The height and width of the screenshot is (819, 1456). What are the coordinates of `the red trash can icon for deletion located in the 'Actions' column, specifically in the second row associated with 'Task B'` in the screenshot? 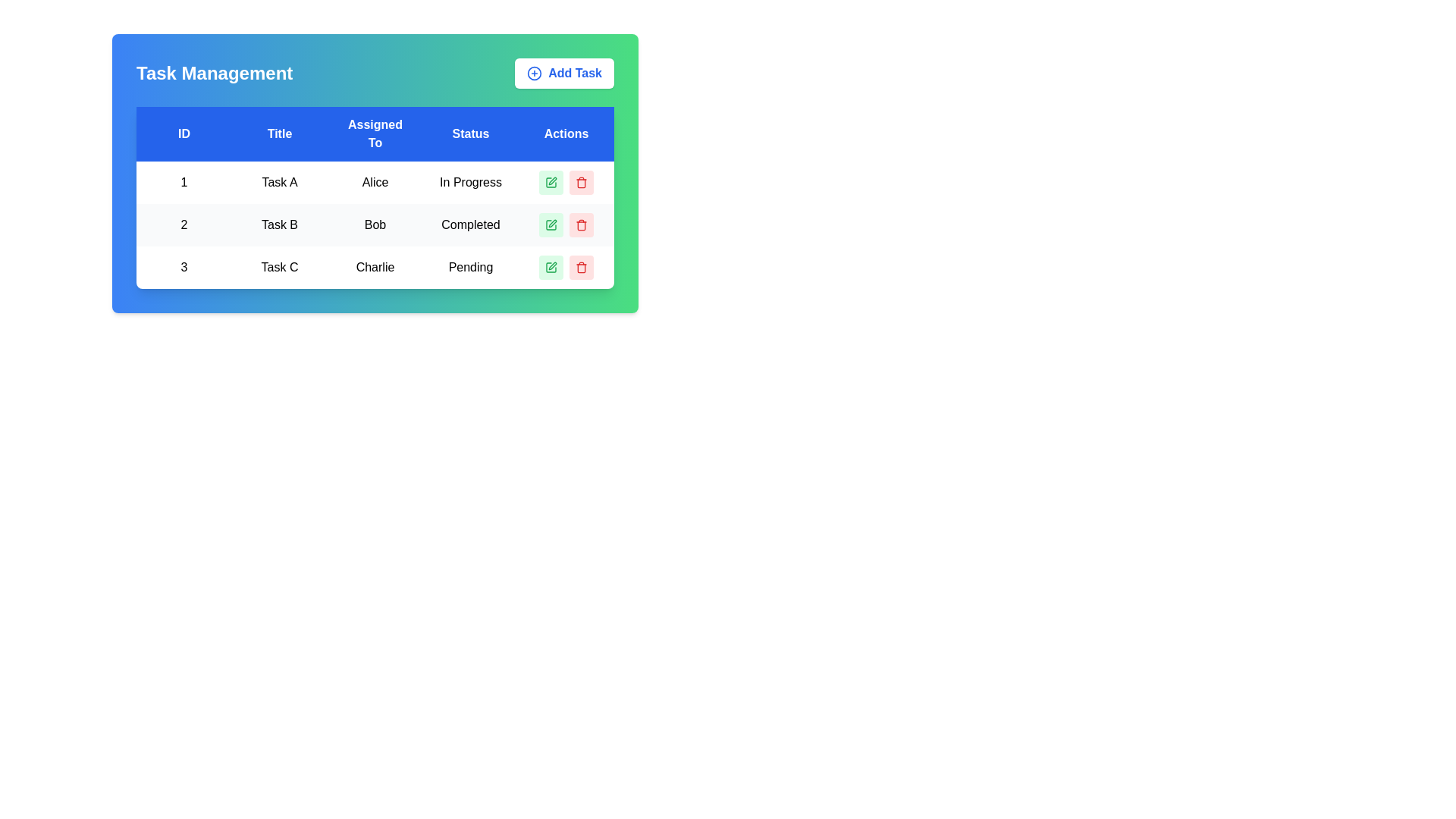 It's located at (581, 225).